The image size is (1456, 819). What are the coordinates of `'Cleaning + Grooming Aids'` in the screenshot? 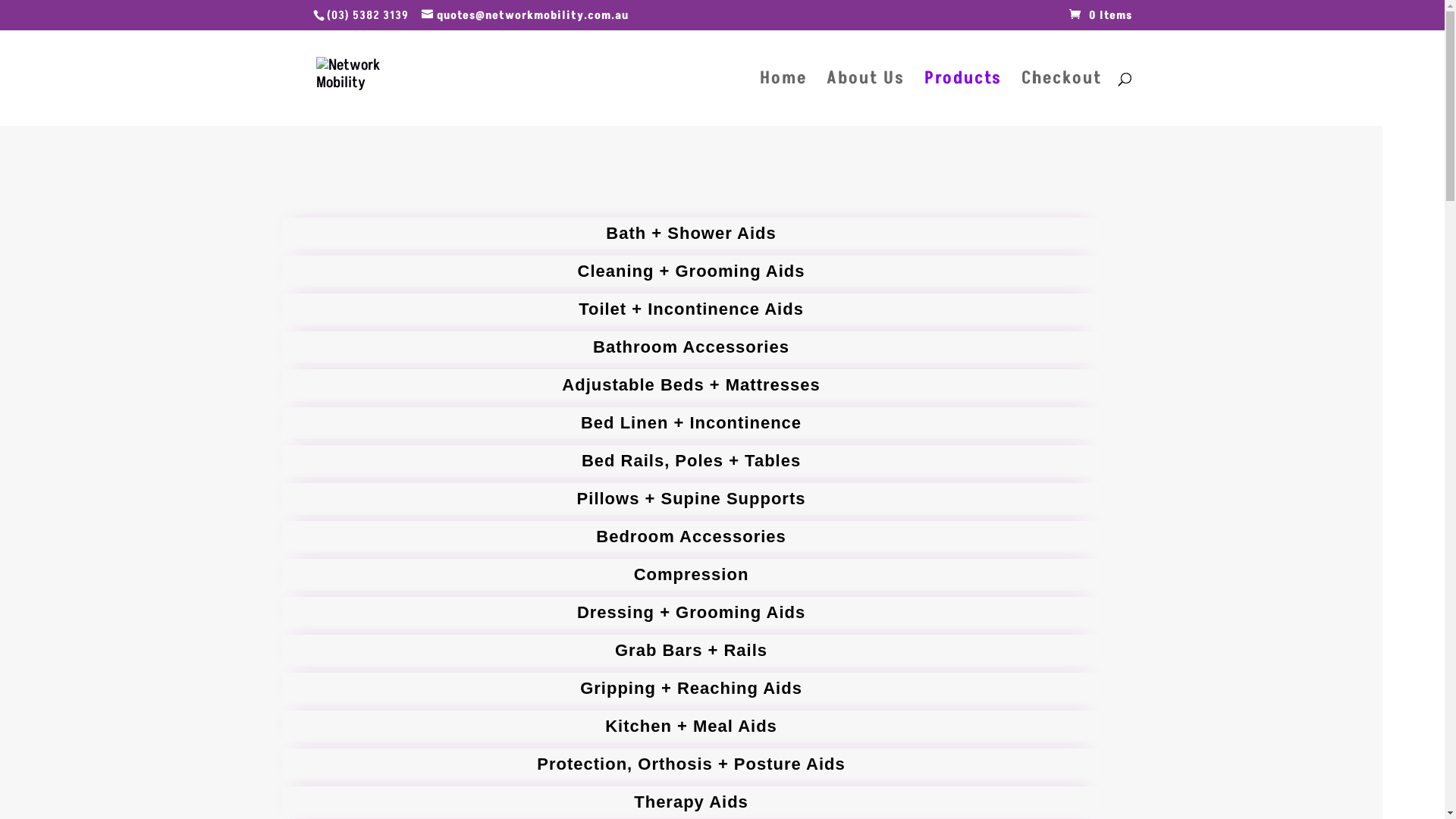 It's located at (691, 271).